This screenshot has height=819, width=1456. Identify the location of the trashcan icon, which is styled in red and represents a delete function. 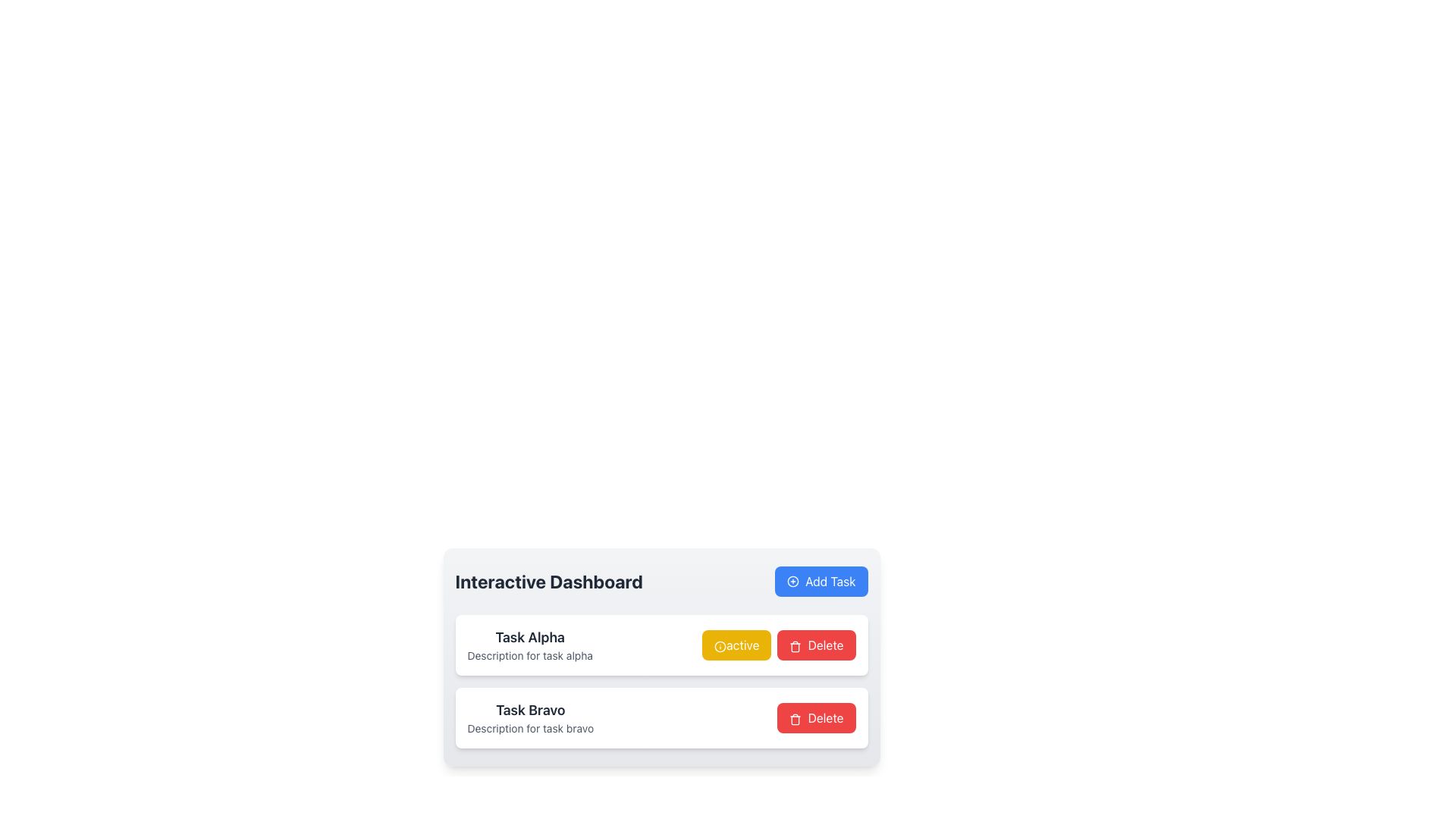
(795, 718).